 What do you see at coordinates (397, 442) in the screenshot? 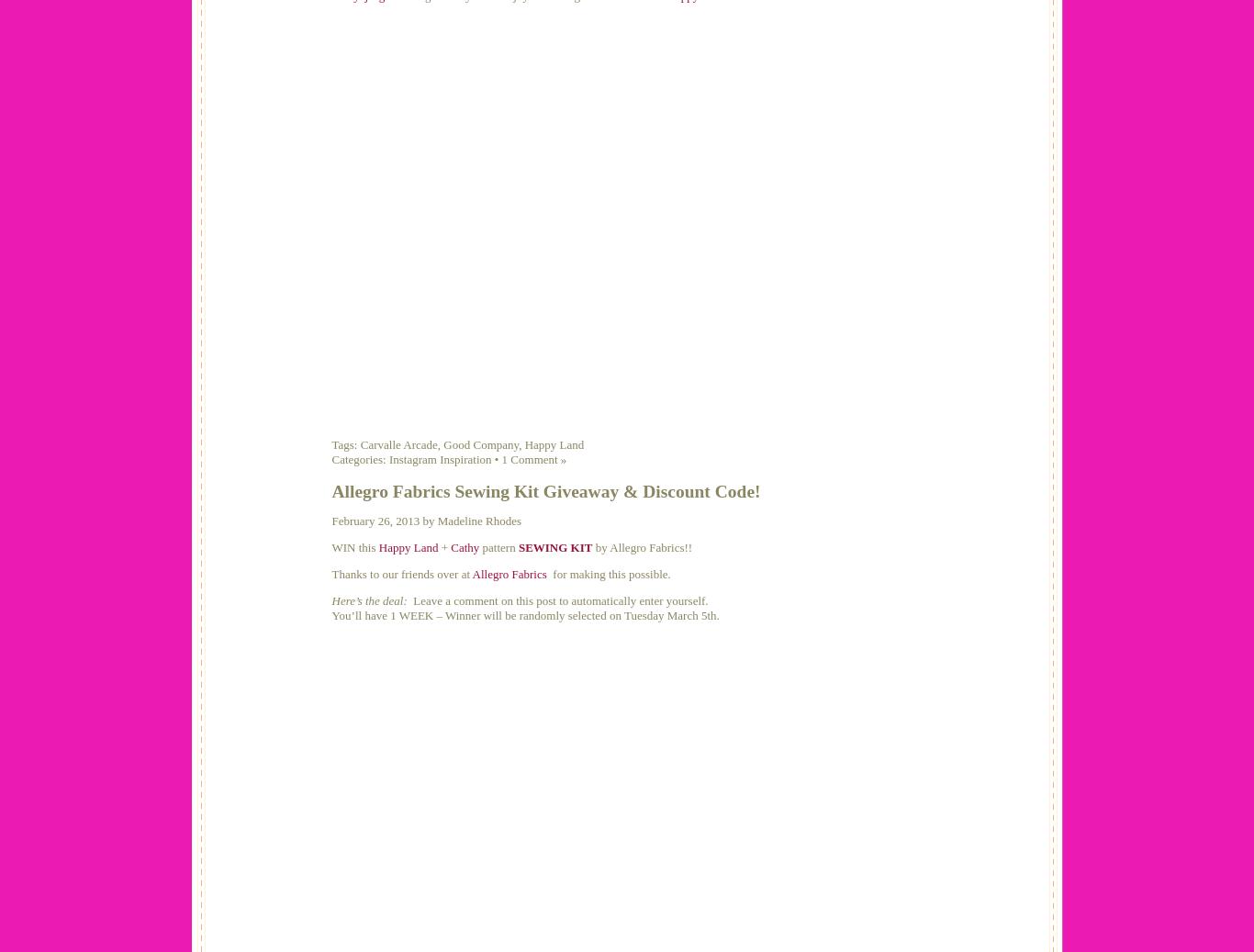
I see `'Carvalle Arcade'` at bounding box center [397, 442].